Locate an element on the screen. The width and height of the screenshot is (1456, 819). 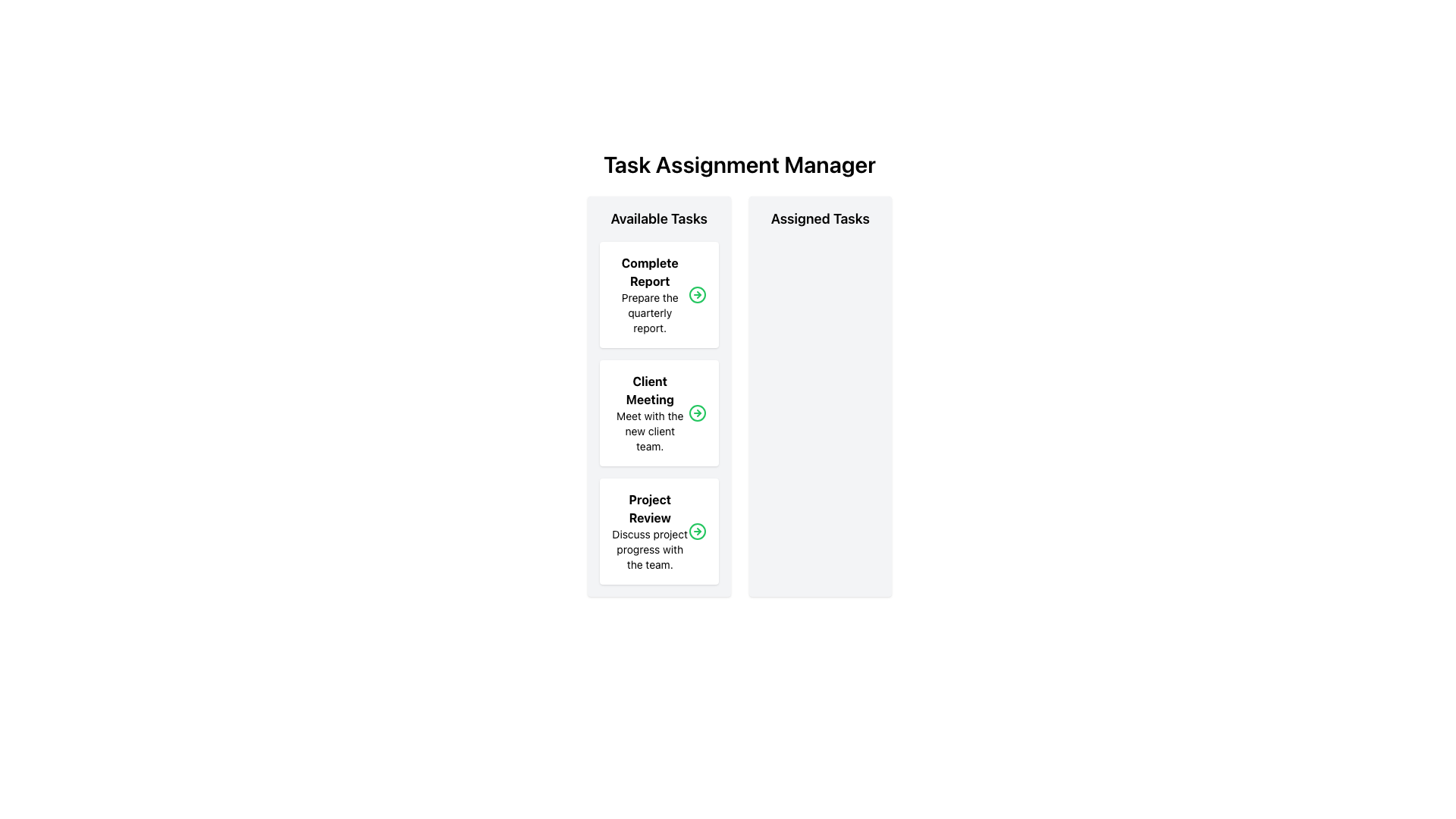
the header text label for the task 'Complete Report', which is located at the top of the first task item in the 'Available Tasks' column is located at coordinates (650, 271).